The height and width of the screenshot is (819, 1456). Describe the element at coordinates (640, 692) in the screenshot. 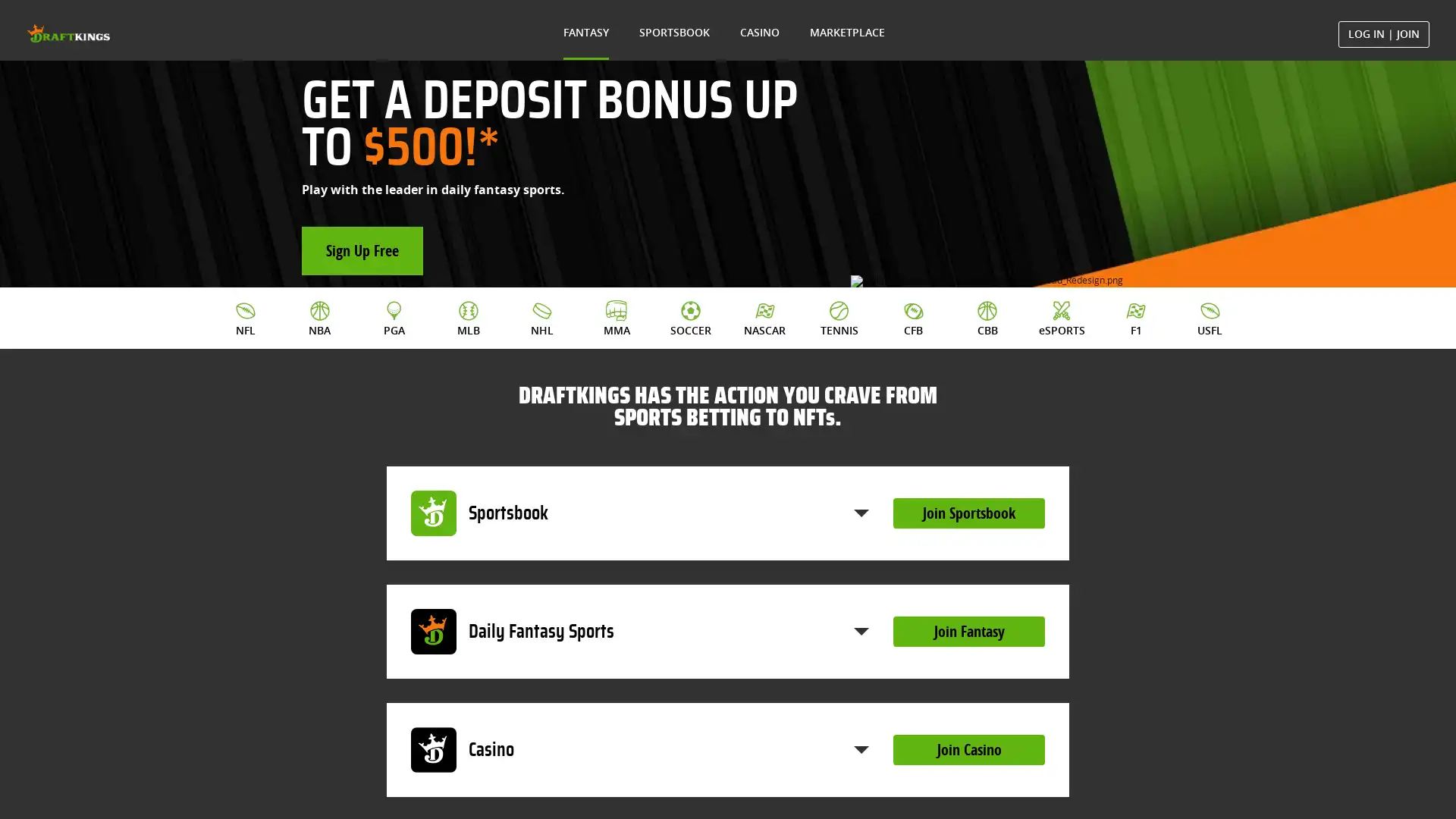

I see `DFS_Icon_Only_1.svg Daily Fantasy Sports` at that location.